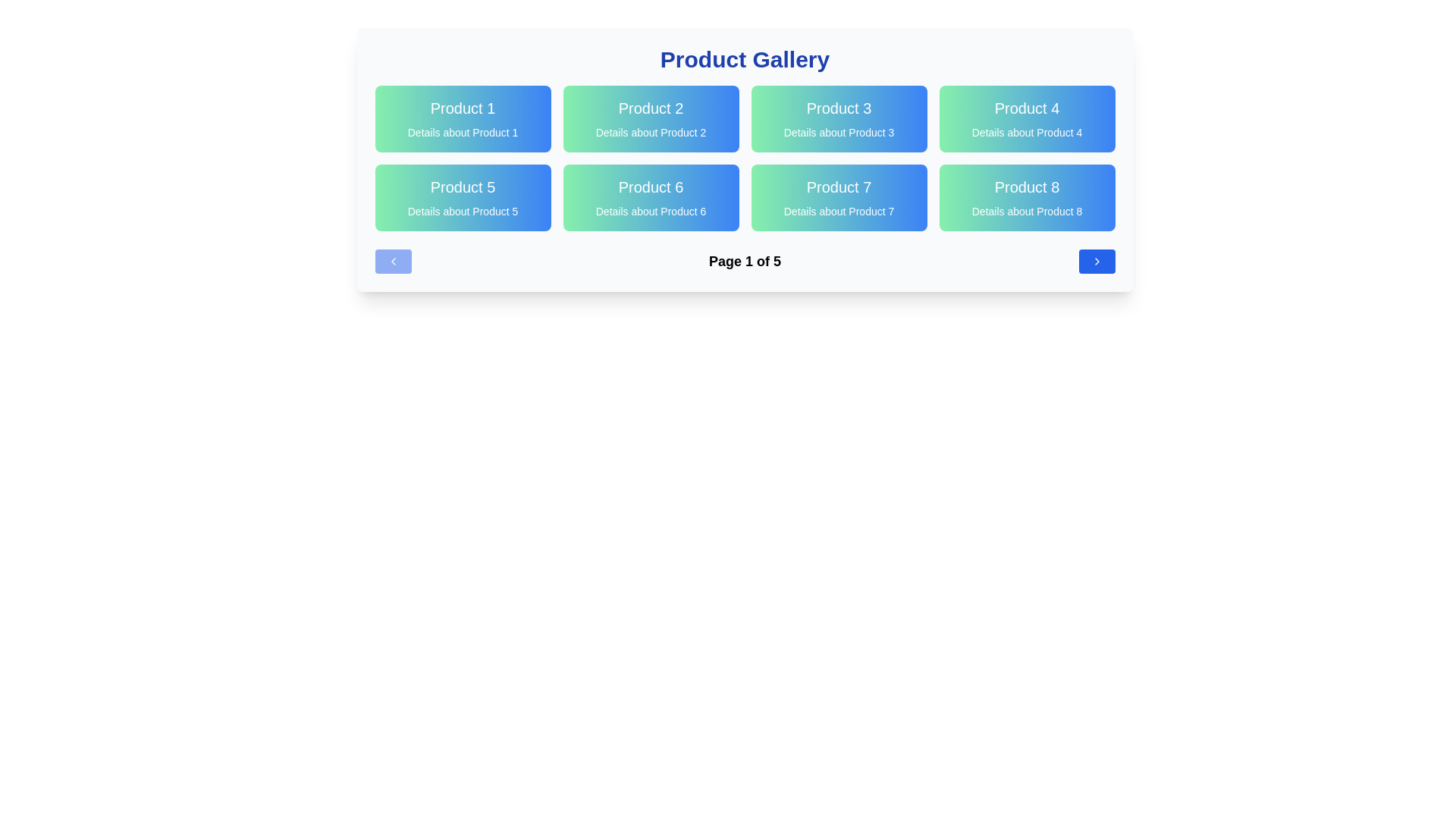  Describe the element at coordinates (651, 186) in the screenshot. I see `the Text Label that identifies a product in the grid layout located in the second row and third column` at that location.